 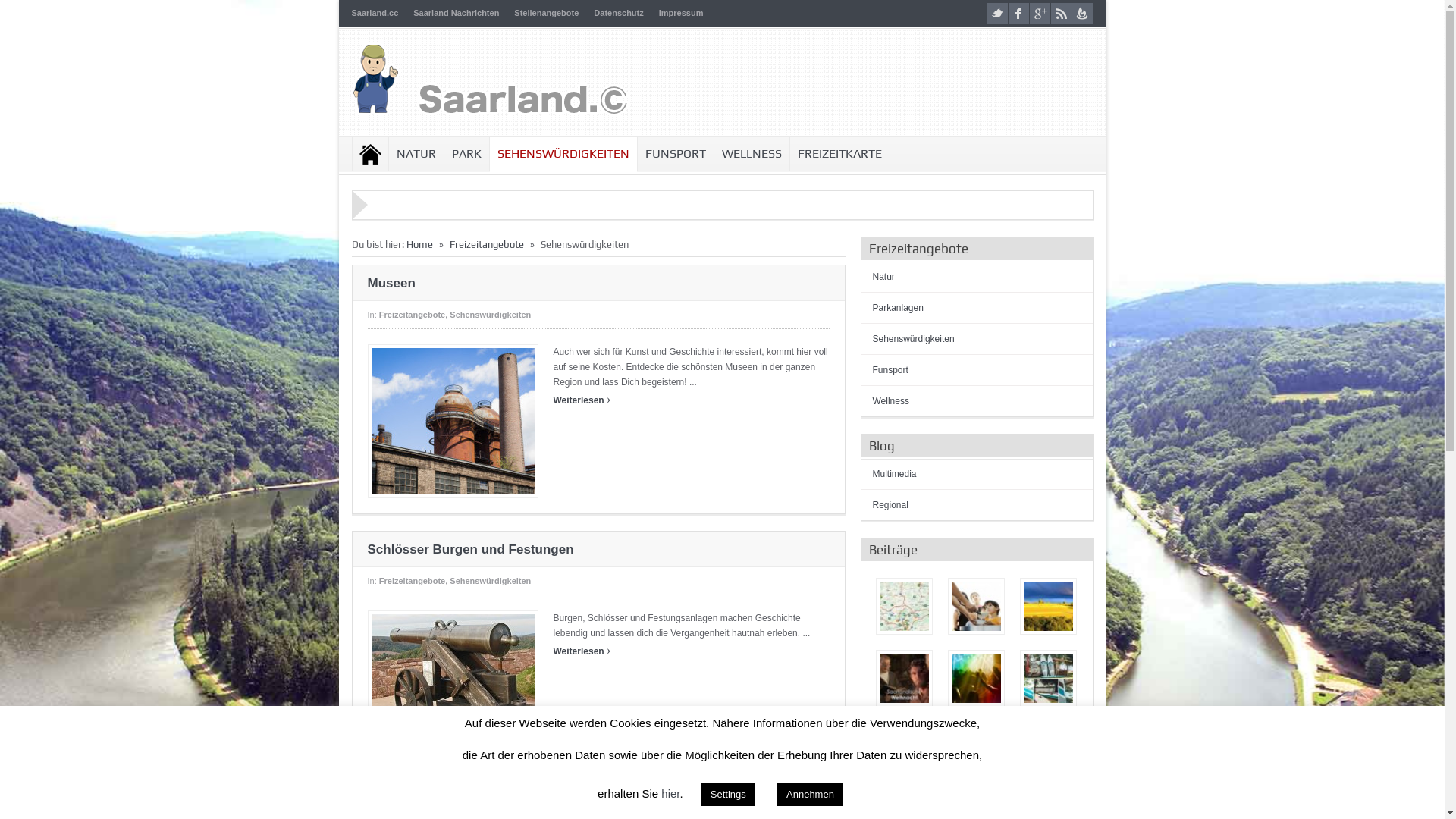 What do you see at coordinates (728, 793) in the screenshot?
I see `'Settings'` at bounding box center [728, 793].